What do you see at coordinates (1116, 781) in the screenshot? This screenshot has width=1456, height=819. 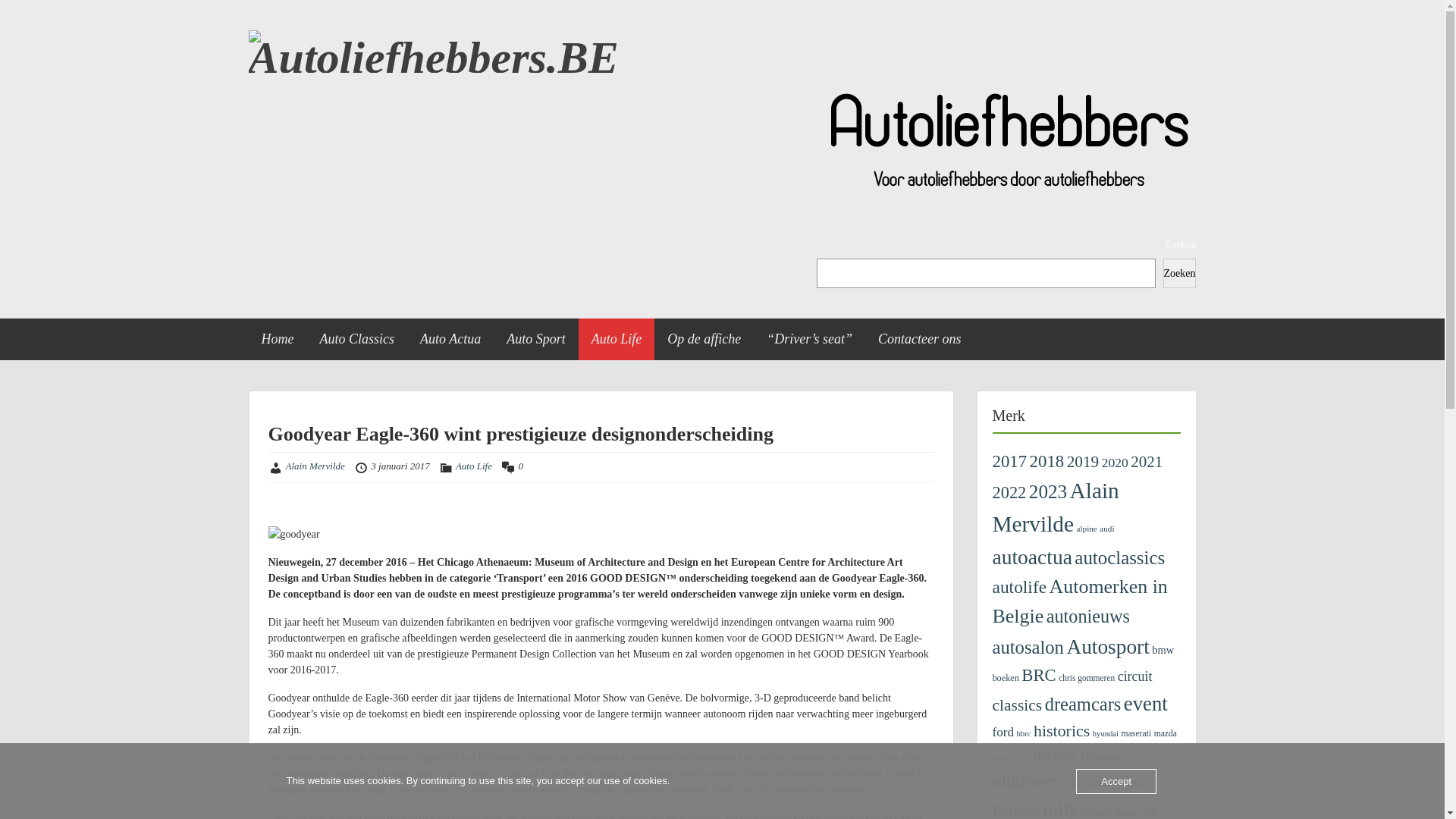 I see `'Accept'` at bounding box center [1116, 781].